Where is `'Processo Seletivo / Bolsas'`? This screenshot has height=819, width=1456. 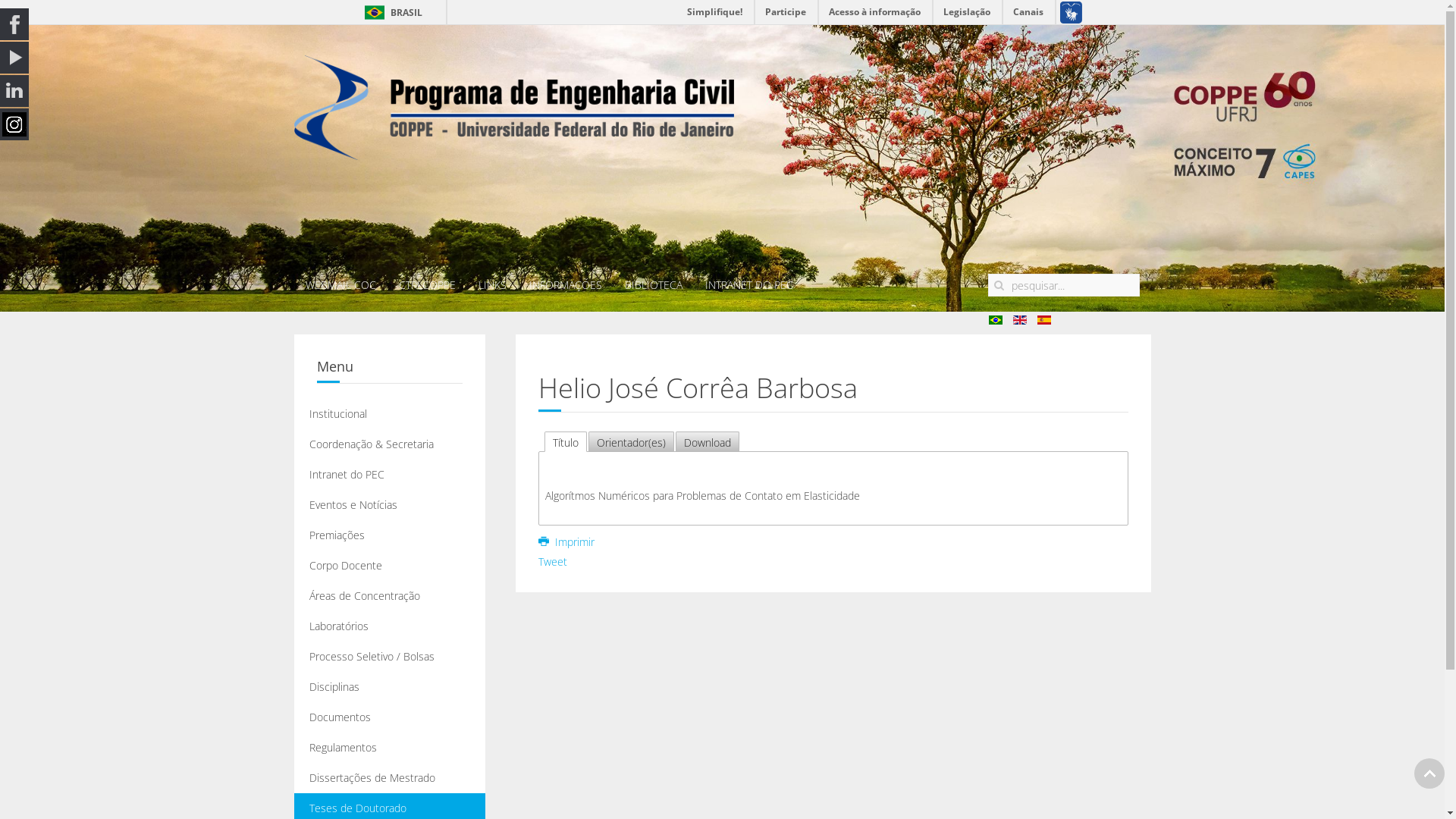
'Processo Seletivo / Bolsas' is located at coordinates (390, 656).